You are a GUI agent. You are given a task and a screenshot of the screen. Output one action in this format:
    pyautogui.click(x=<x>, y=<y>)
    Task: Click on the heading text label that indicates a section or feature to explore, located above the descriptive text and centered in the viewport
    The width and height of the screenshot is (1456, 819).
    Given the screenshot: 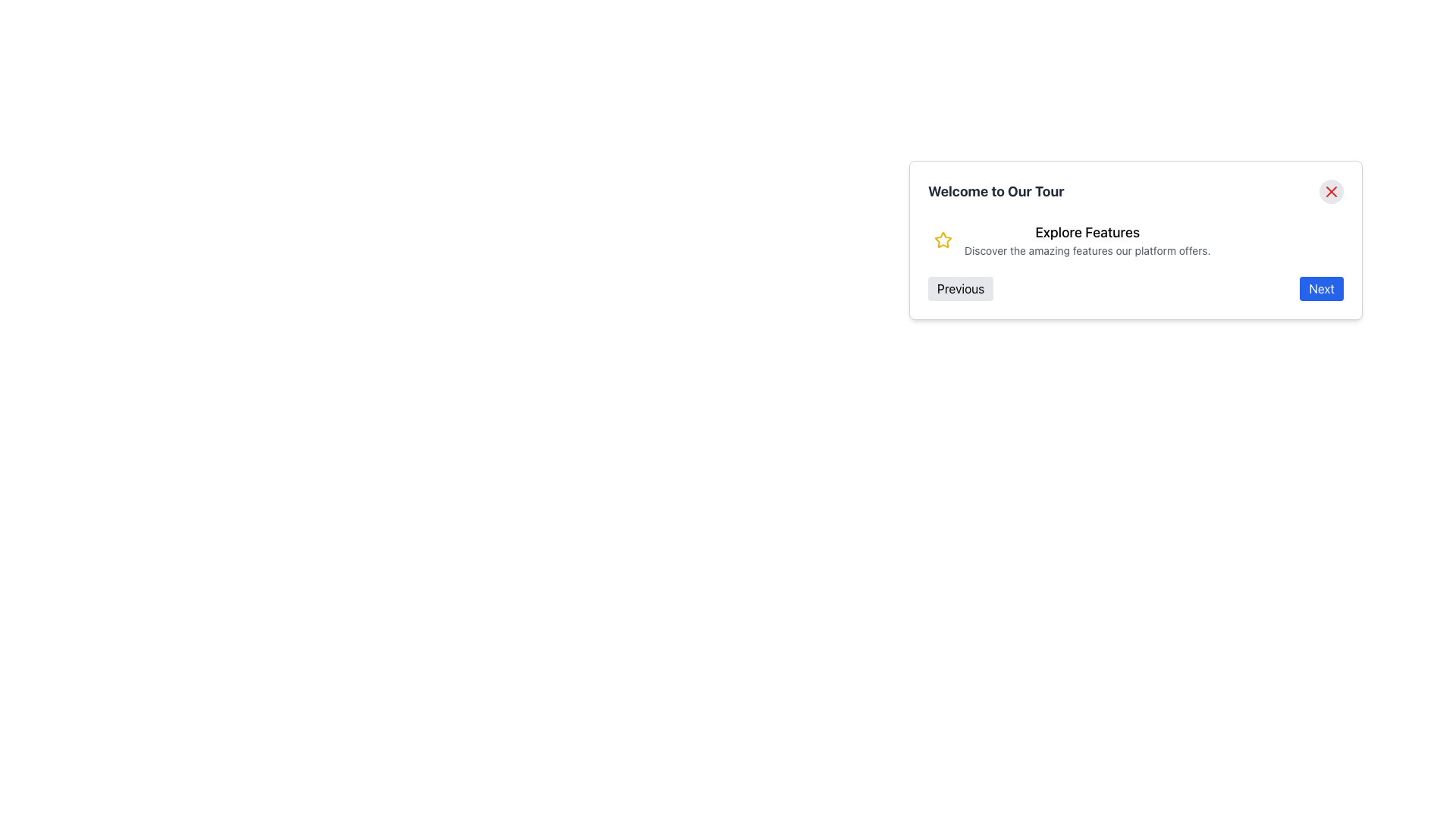 What is the action you would take?
    pyautogui.click(x=1087, y=233)
    